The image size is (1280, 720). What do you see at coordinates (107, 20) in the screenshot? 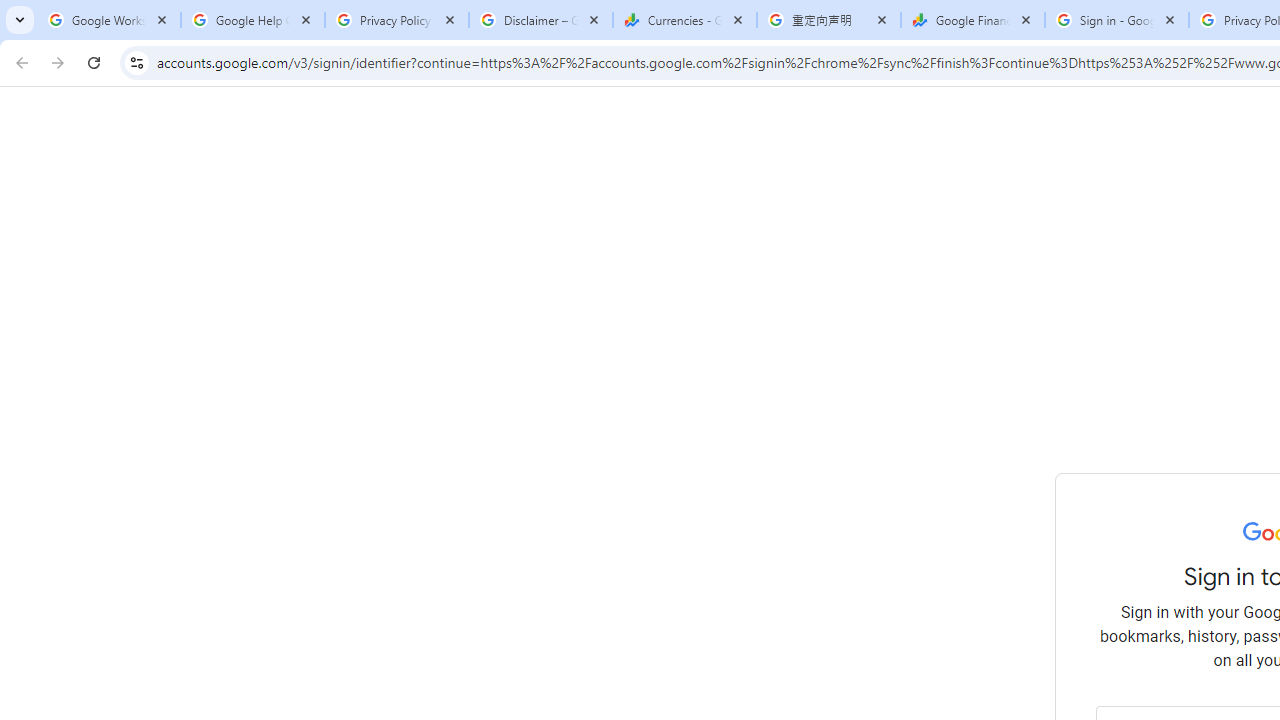
I see `'Google Workspace Admin Community'` at bounding box center [107, 20].